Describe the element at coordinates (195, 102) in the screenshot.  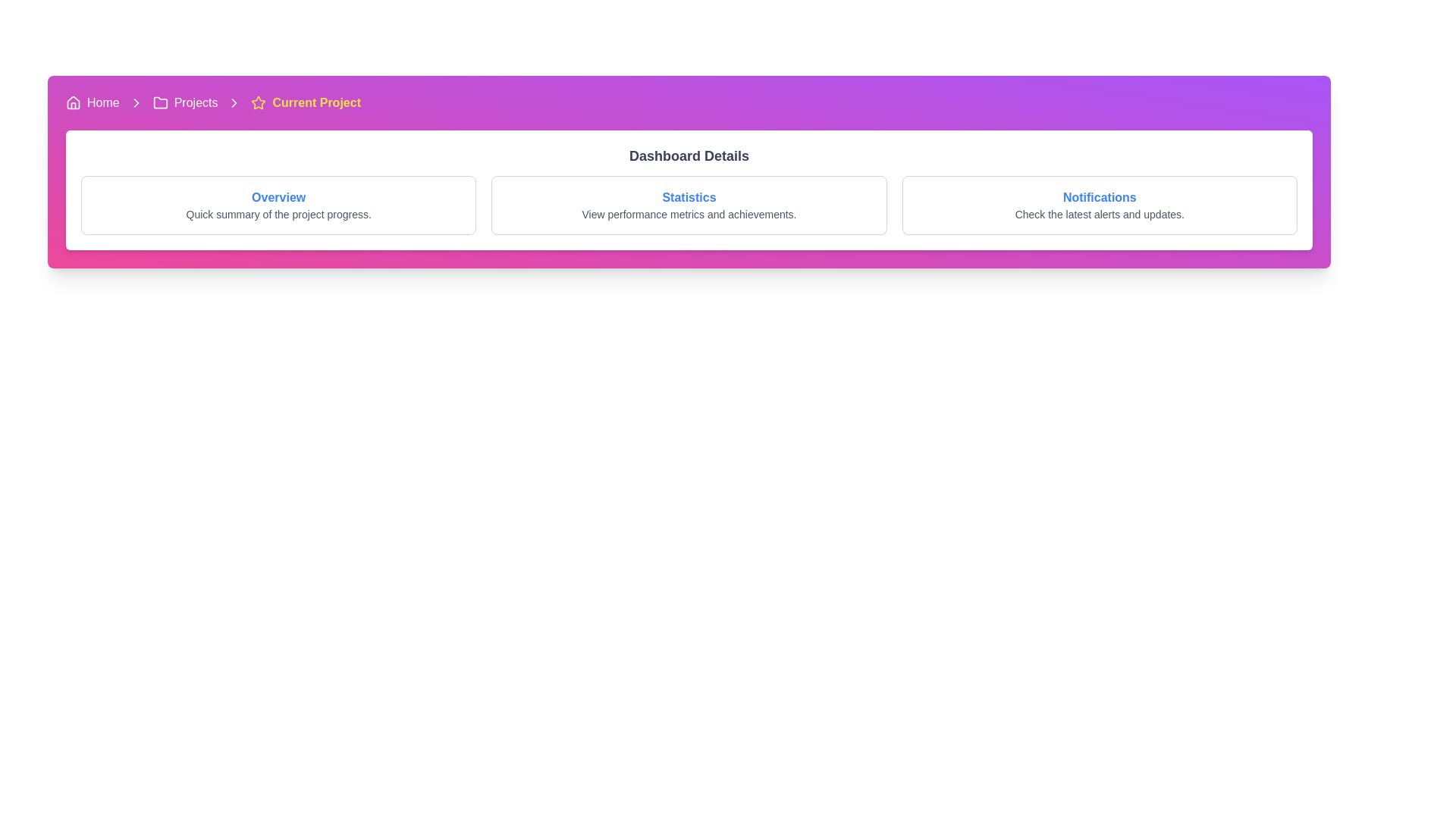
I see `the 'Projects' clickable link in the breadcrumb navigation bar` at that location.